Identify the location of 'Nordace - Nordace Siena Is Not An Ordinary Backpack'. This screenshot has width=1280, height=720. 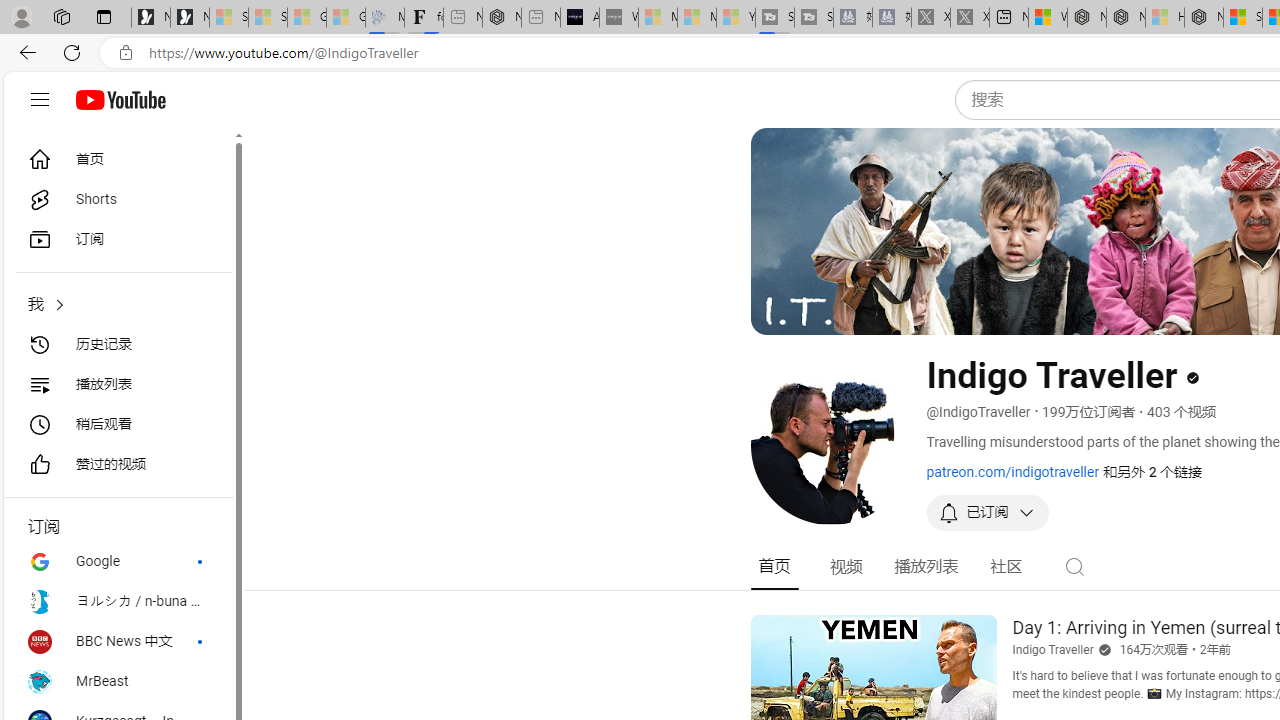
(1202, 17).